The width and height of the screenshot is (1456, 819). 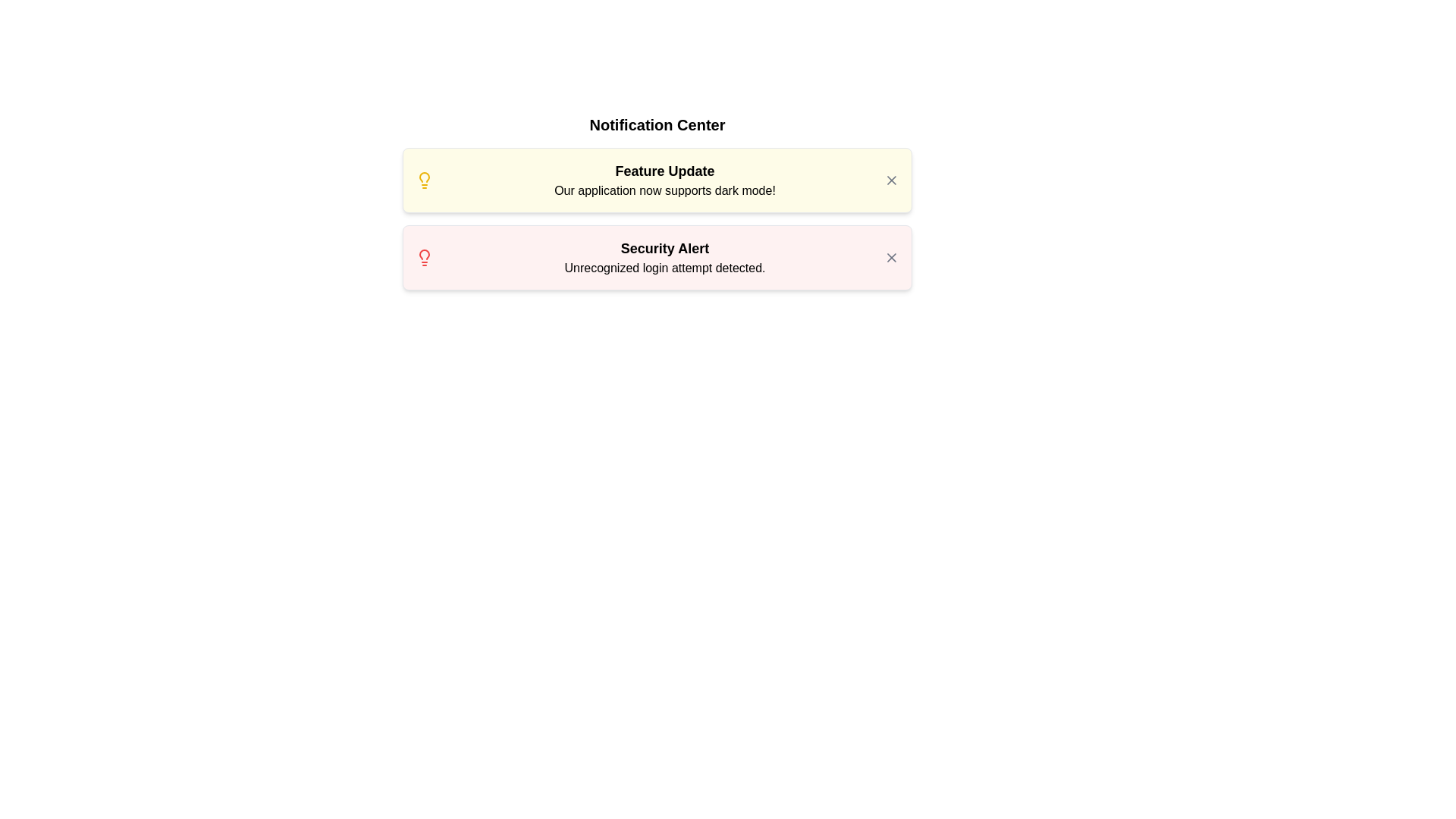 I want to click on text displayed in the Text Display component that shows 'Our application now supports dark mode!' which is located in the notification center layout, so click(x=665, y=190).